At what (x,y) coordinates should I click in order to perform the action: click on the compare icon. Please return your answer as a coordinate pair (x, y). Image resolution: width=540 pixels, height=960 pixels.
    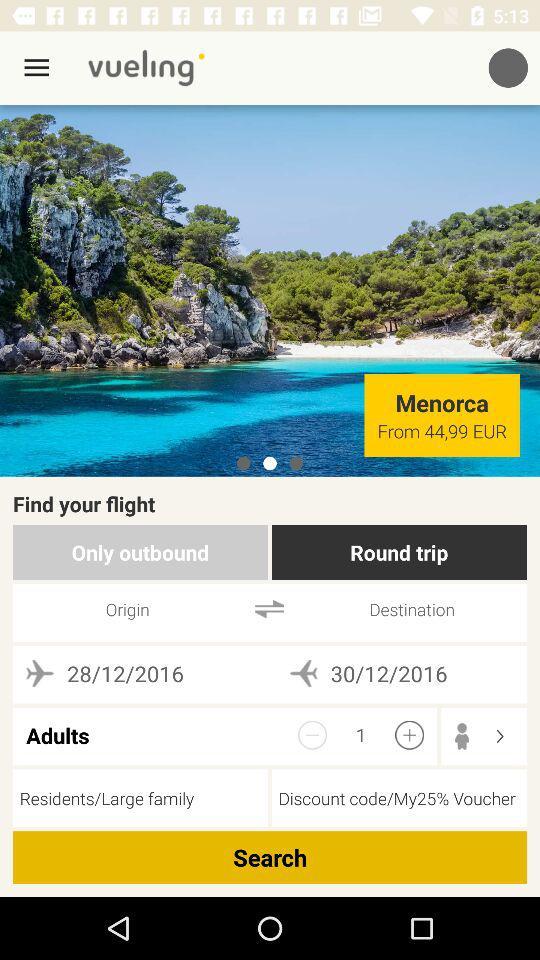
    Looking at the image, I should click on (269, 608).